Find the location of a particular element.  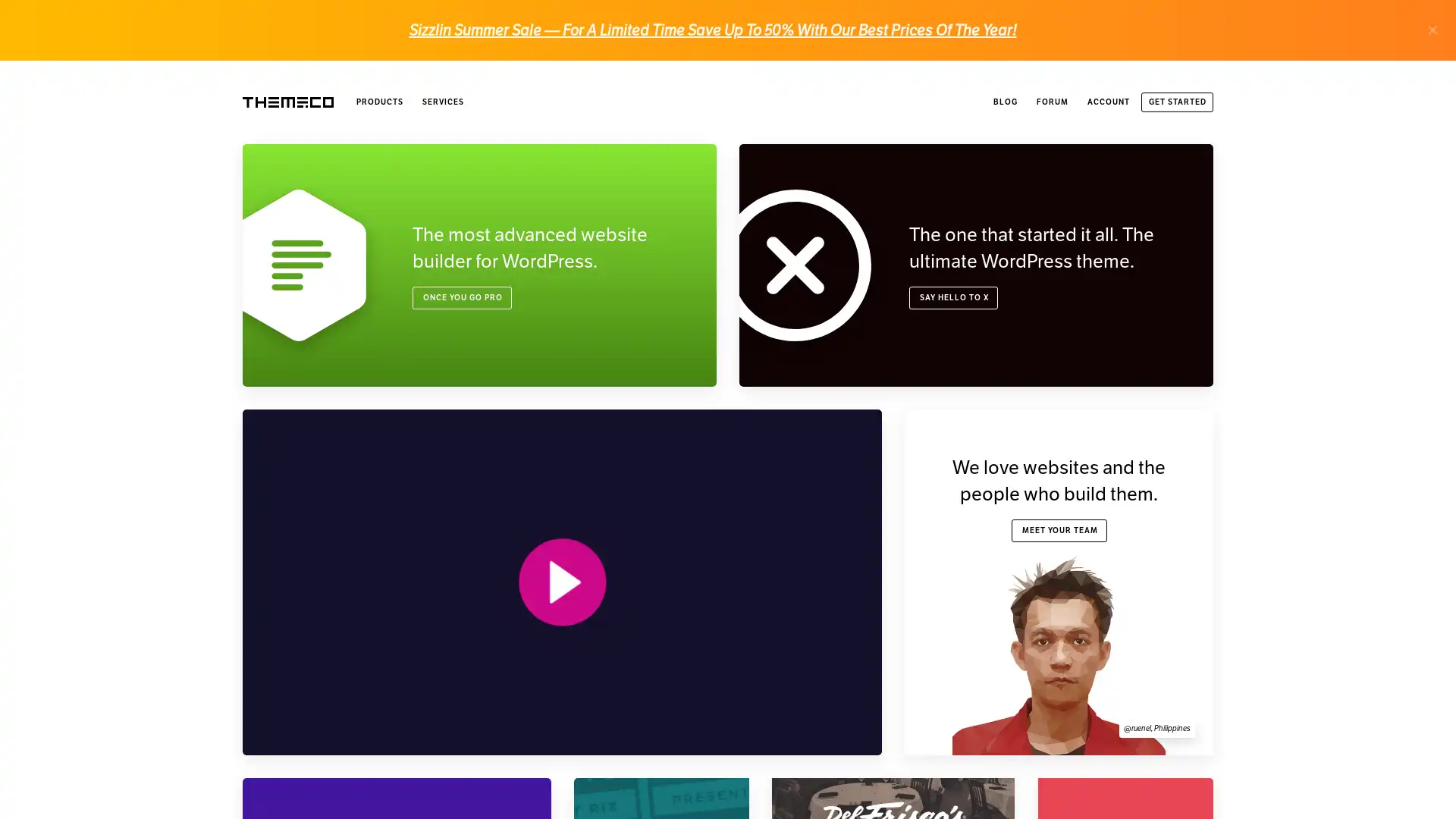

. is located at coordinates (1432, 30).